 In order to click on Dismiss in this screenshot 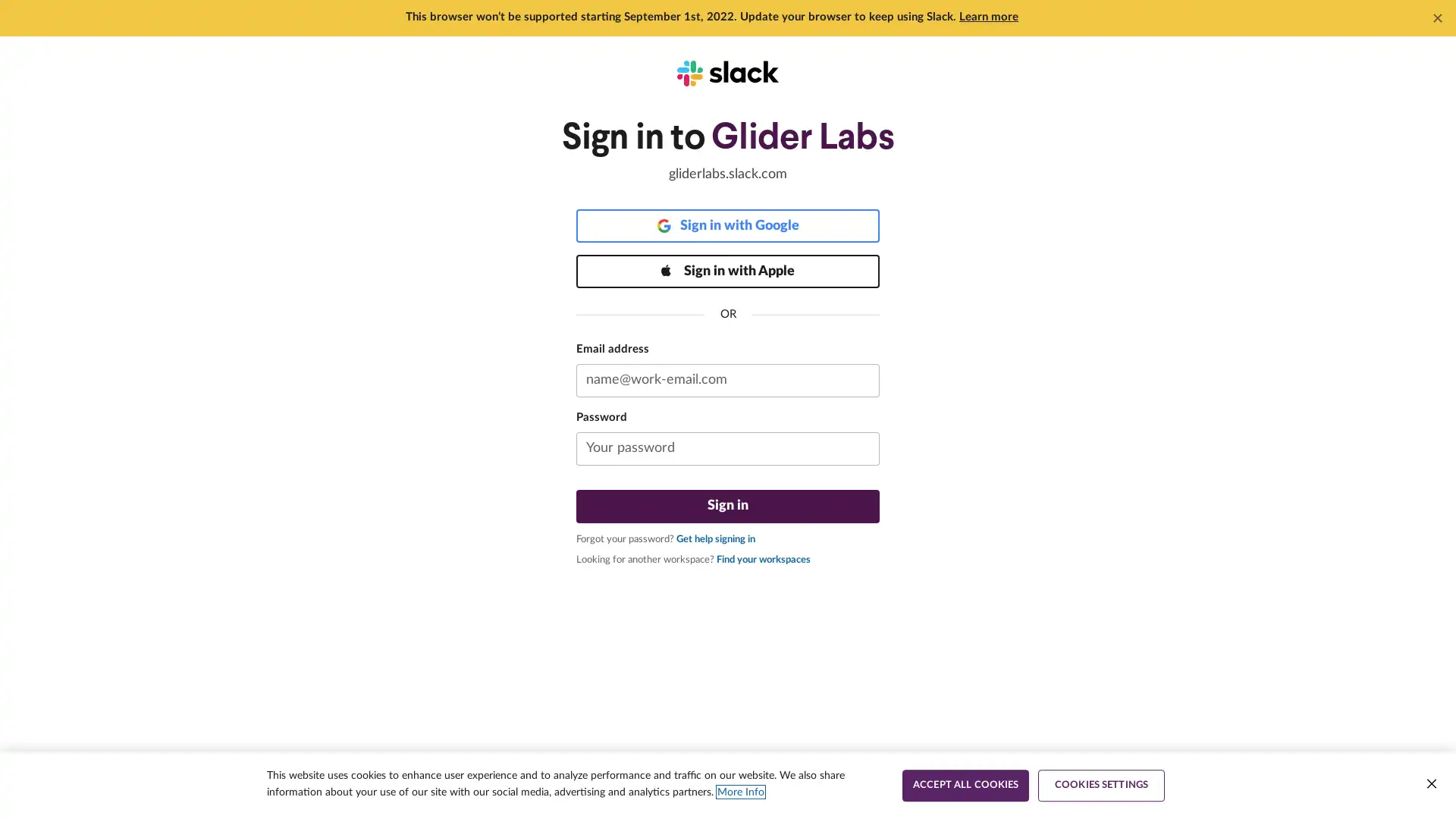, I will do `click(1437, 17)`.